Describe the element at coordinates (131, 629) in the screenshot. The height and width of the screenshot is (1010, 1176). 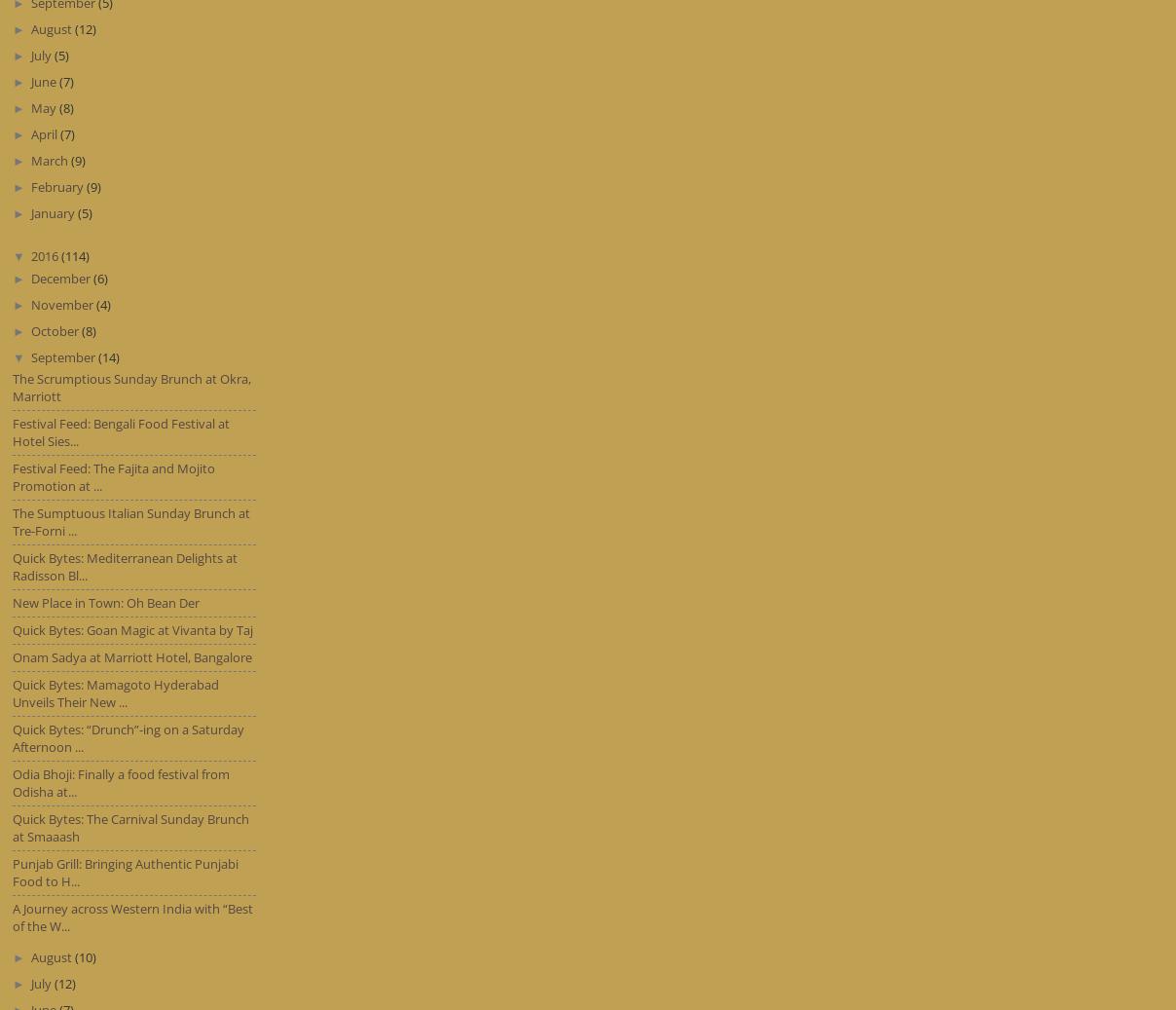
I see `'Quick Bytes: Goan Magic at Vivanta by Taj'` at that location.